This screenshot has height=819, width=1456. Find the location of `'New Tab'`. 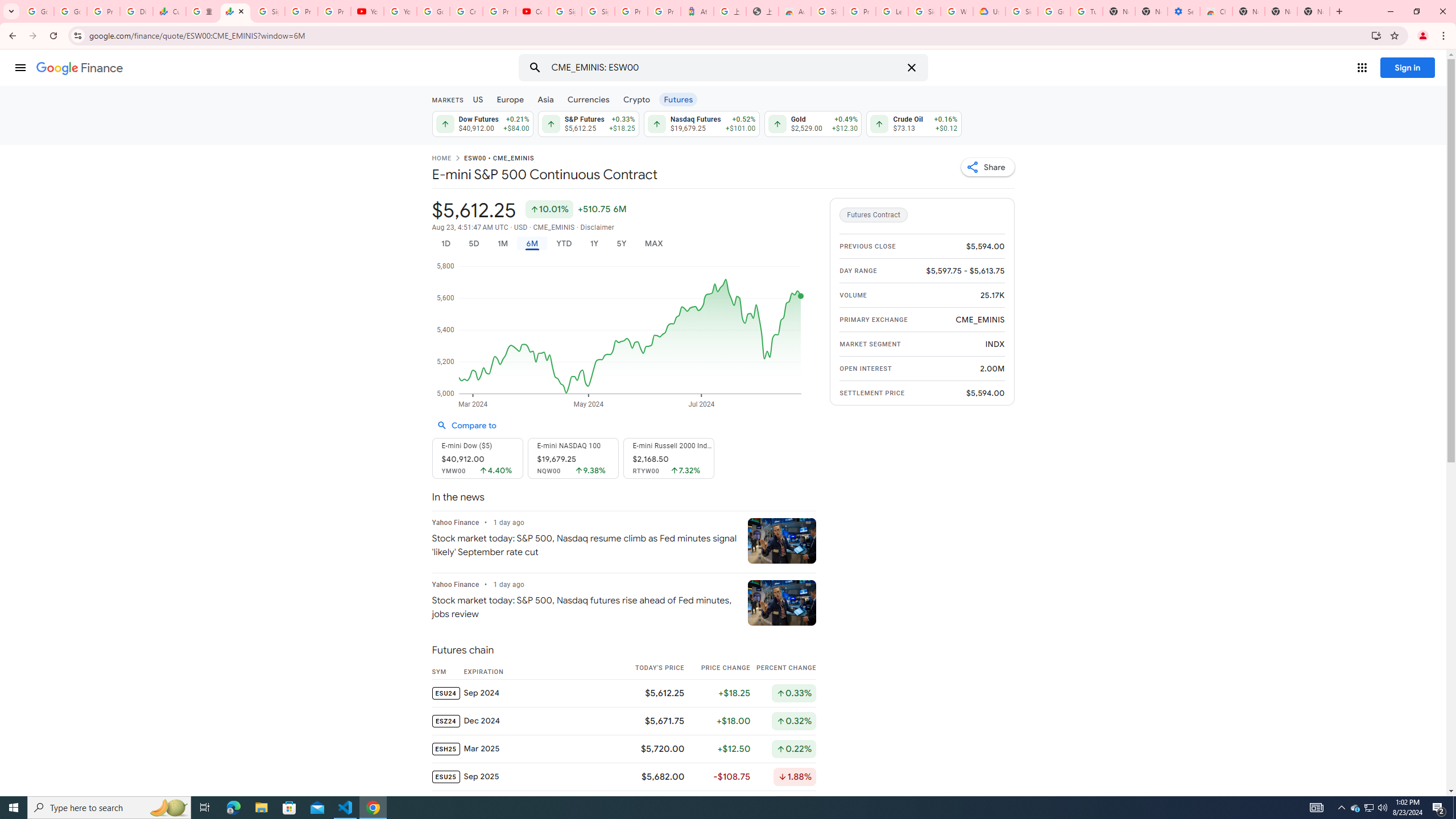

'New Tab' is located at coordinates (1248, 11).